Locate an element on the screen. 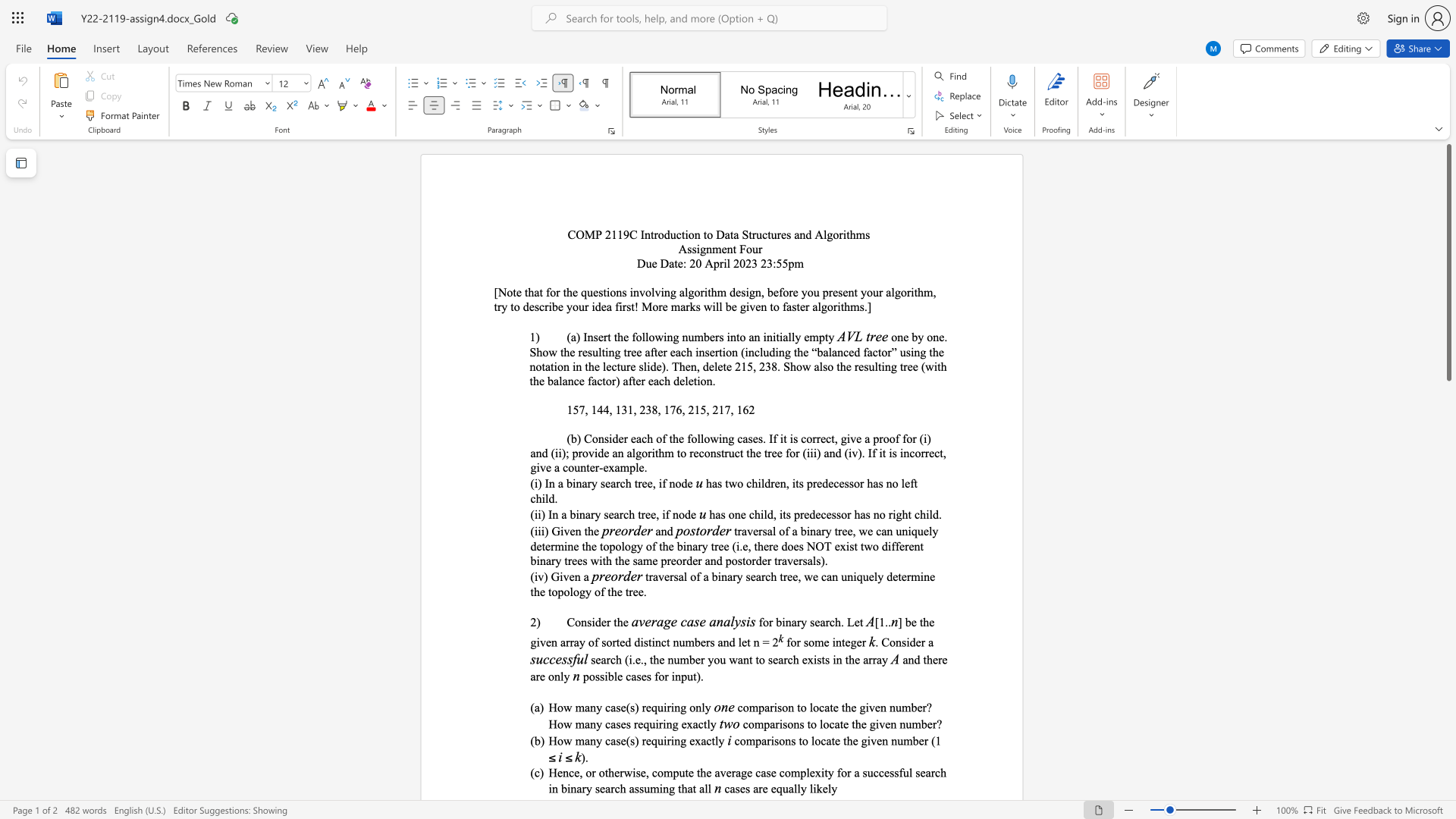  the scrollbar to move the page down is located at coordinates (1448, 598).